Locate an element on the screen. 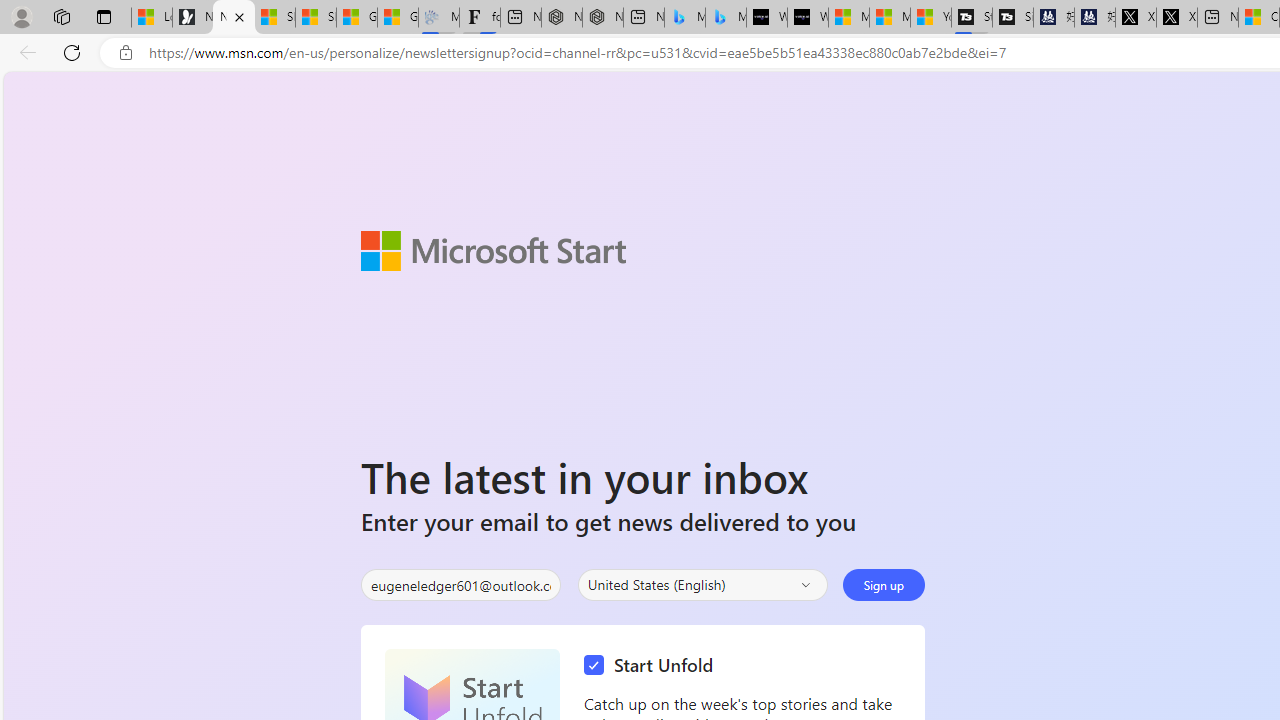 The width and height of the screenshot is (1280, 720). 'Microsoft Start' is located at coordinates (493, 249).